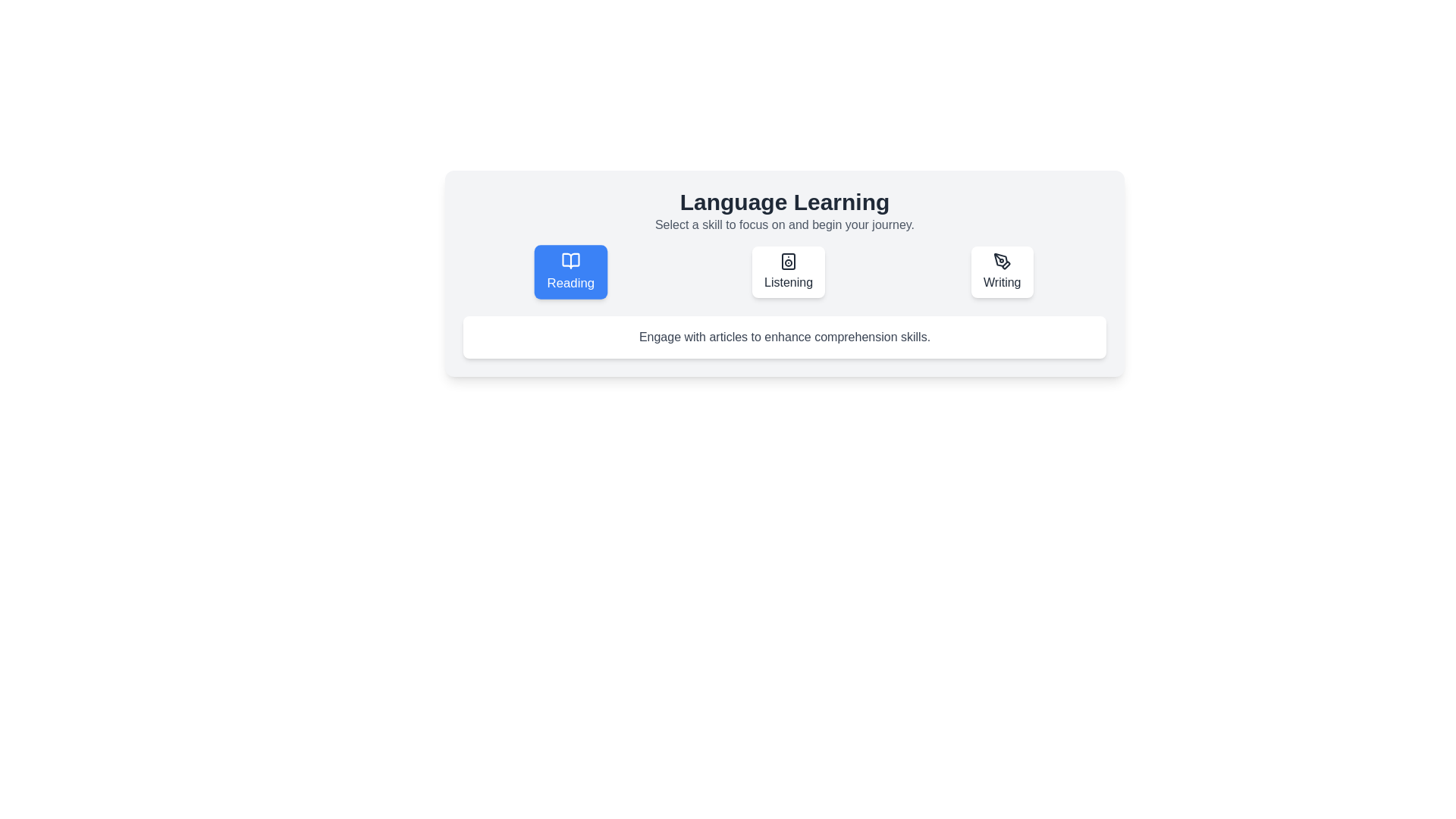 The height and width of the screenshot is (819, 1456). What do you see at coordinates (570, 260) in the screenshot?
I see `the 'Reading' button icon, which is visually represented and located at the center of the button, above the text label` at bounding box center [570, 260].